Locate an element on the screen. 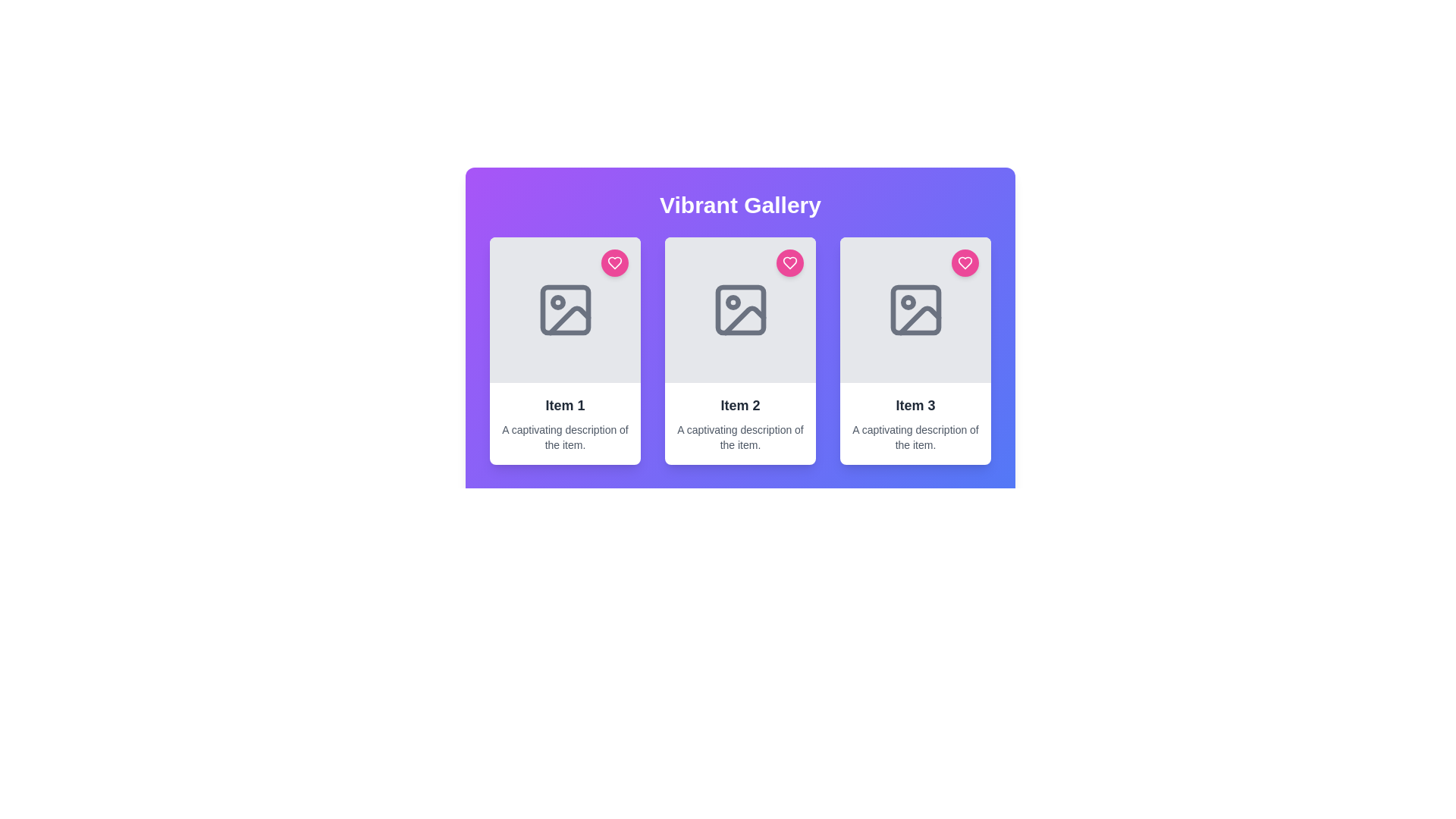 This screenshot has height=819, width=1456. the circular graphical element located in the top-left portion of the second item card in the gallery is located at coordinates (733, 302).